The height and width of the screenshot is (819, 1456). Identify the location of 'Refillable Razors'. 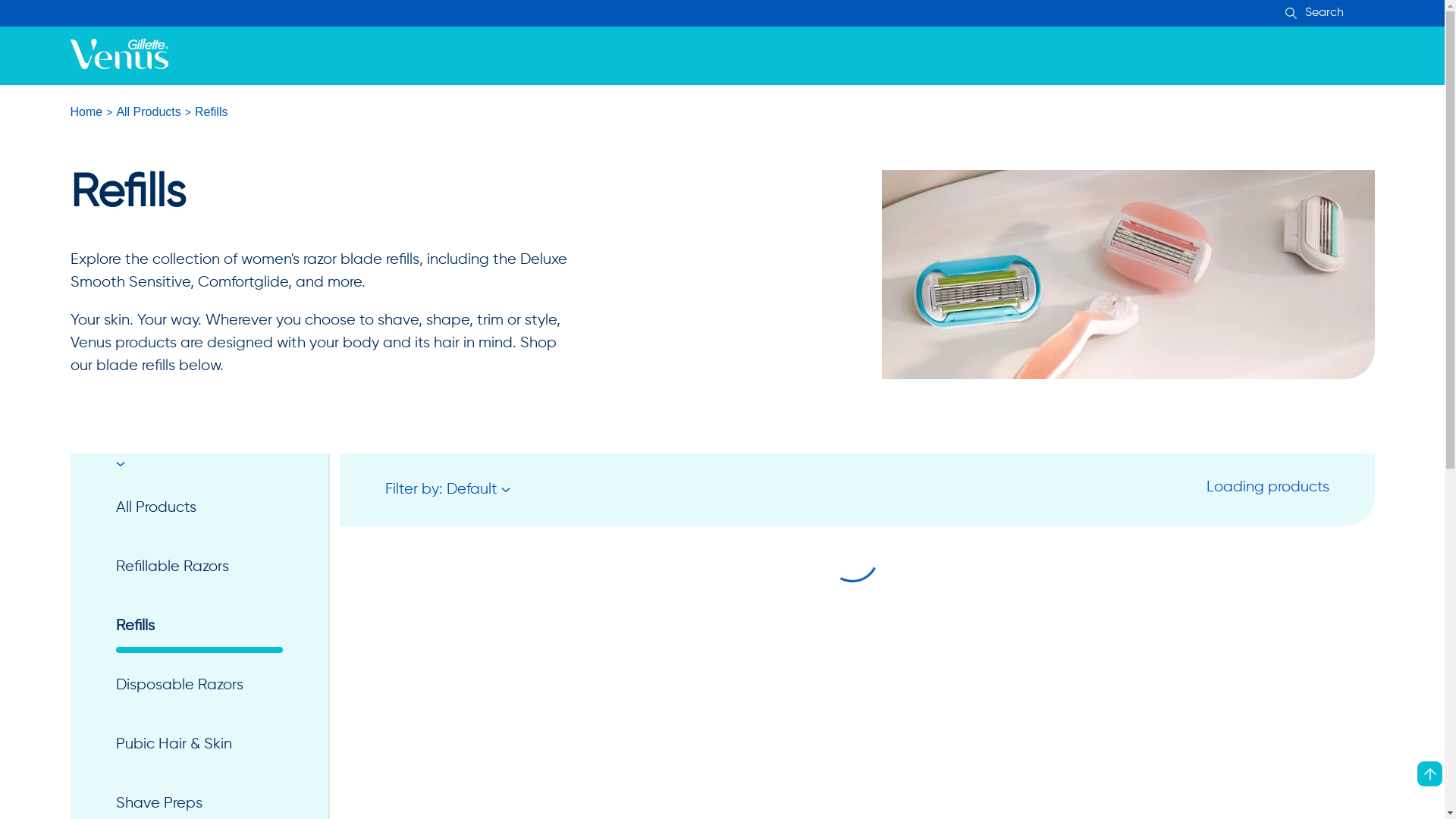
(198, 567).